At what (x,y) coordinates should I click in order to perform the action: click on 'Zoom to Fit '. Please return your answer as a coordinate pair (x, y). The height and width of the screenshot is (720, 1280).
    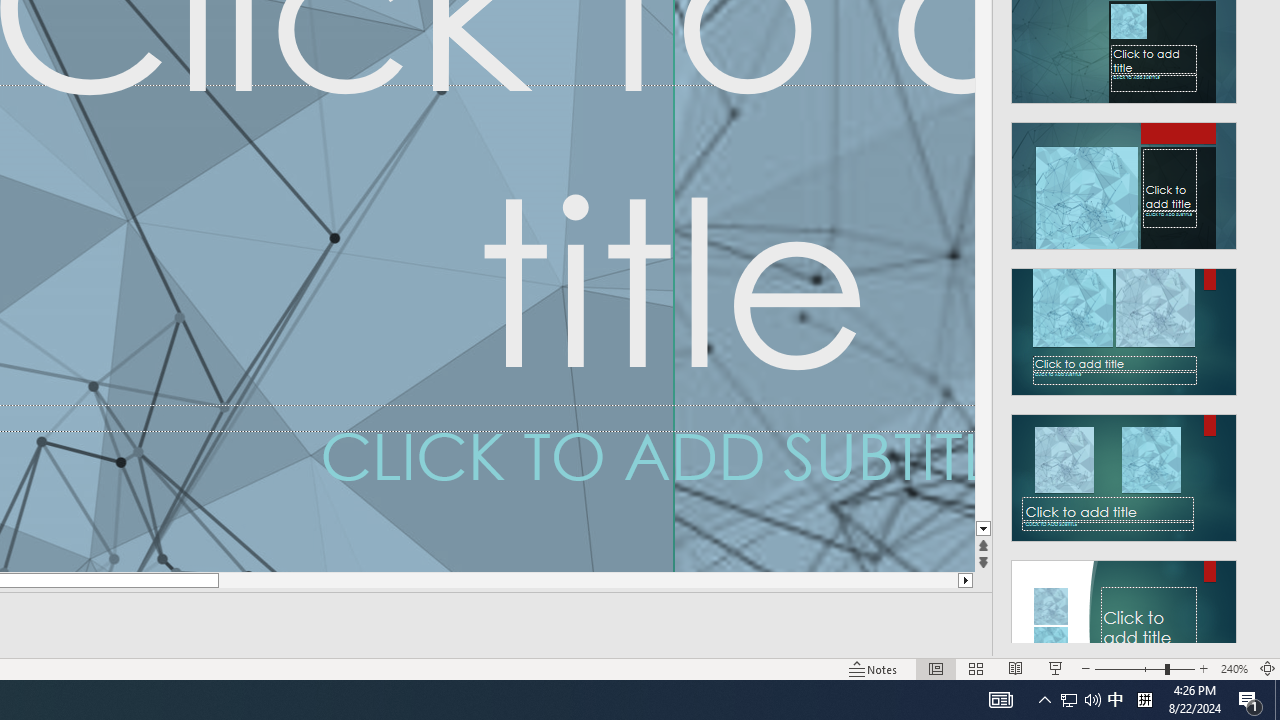
    Looking at the image, I should click on (1266, 669).